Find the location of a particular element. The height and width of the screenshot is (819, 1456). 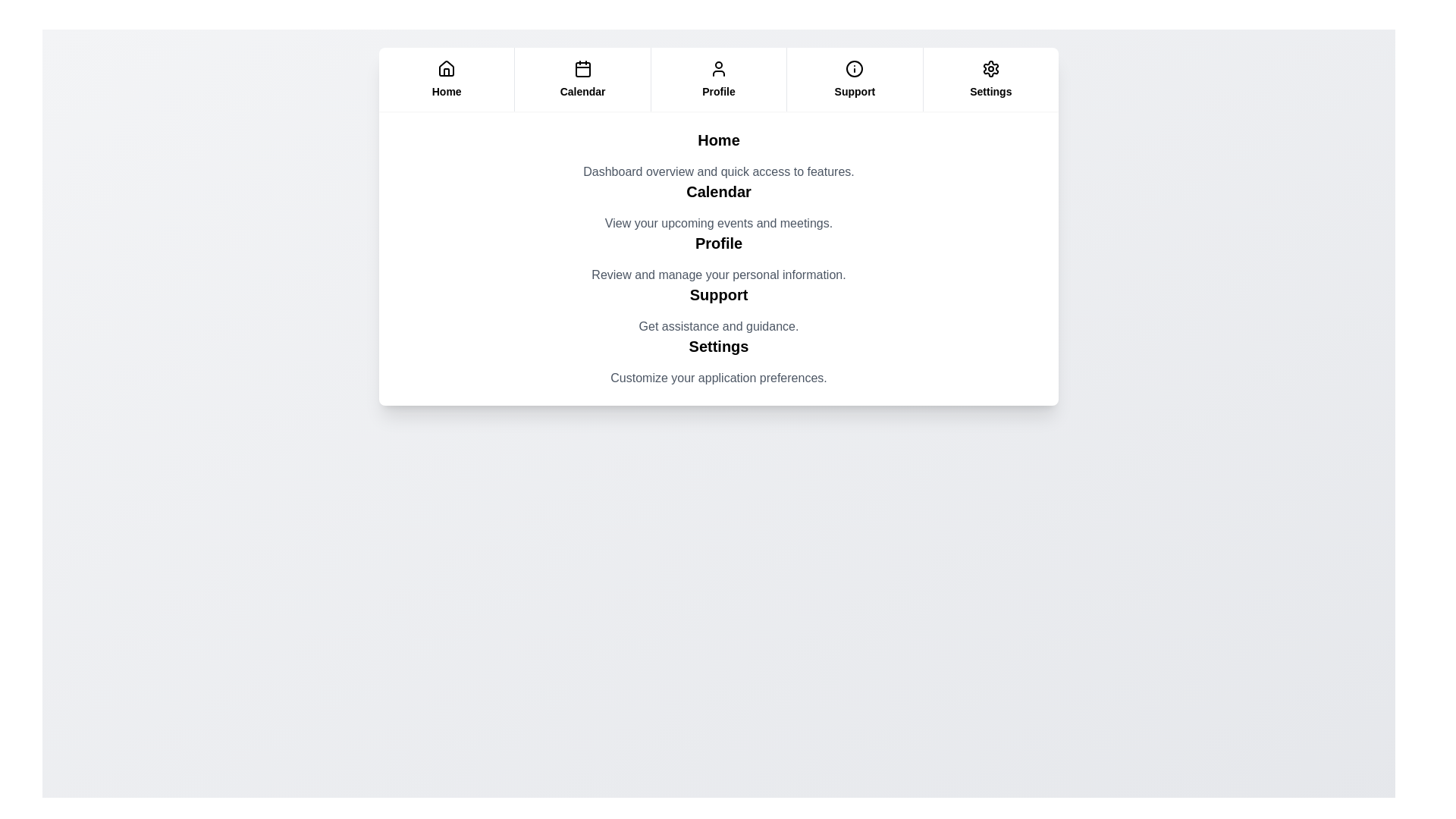

the house icon, which is a pictogram of a house with a triangular roof and rectangular body, located in the navigation bar under the 'Home' text is located at coordinates (446, 67).